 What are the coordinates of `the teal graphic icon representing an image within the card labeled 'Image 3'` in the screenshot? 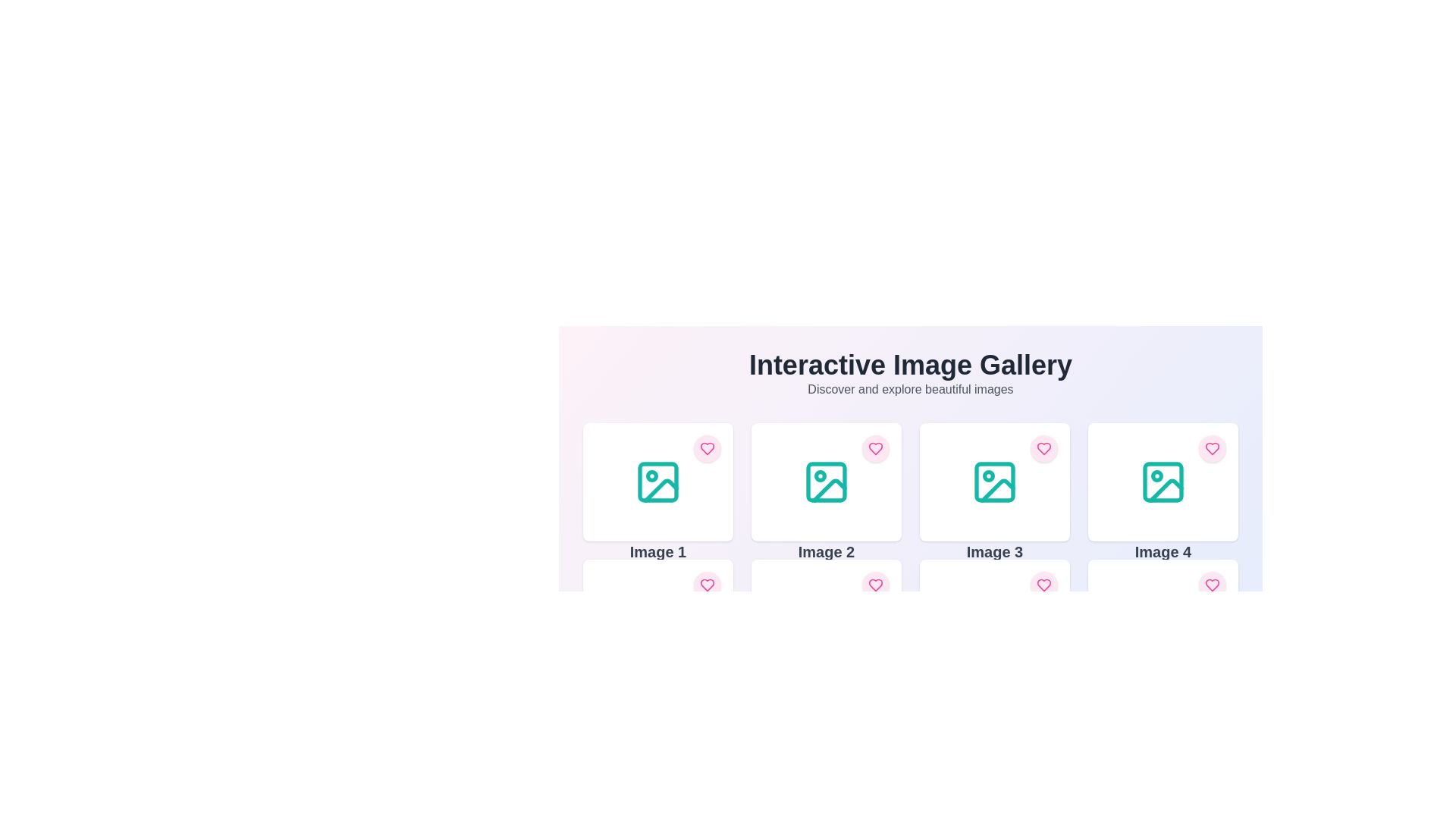 It's located at (994, 482).